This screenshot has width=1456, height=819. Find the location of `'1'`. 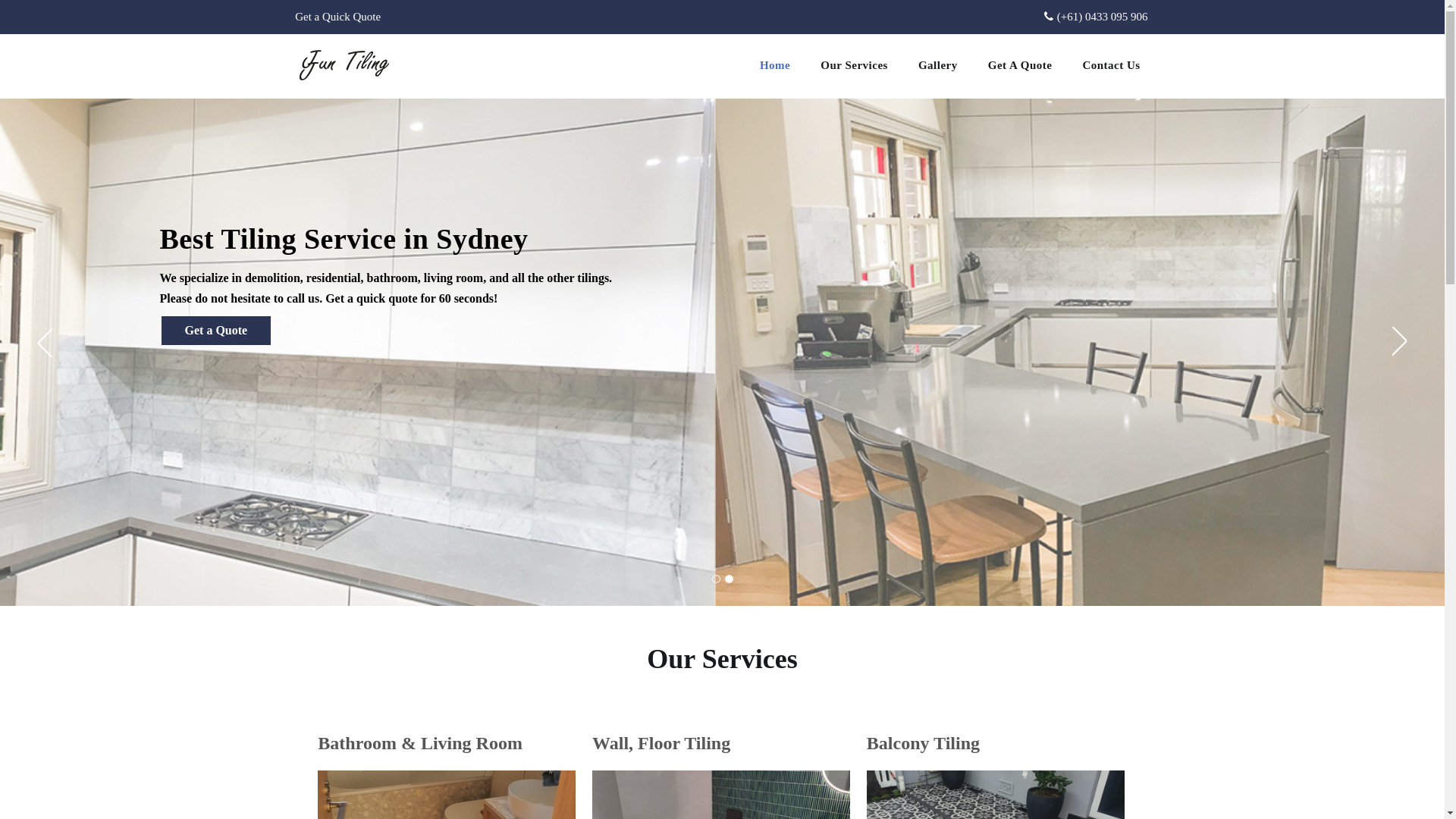

'1' is located at coordinates (714, 579).